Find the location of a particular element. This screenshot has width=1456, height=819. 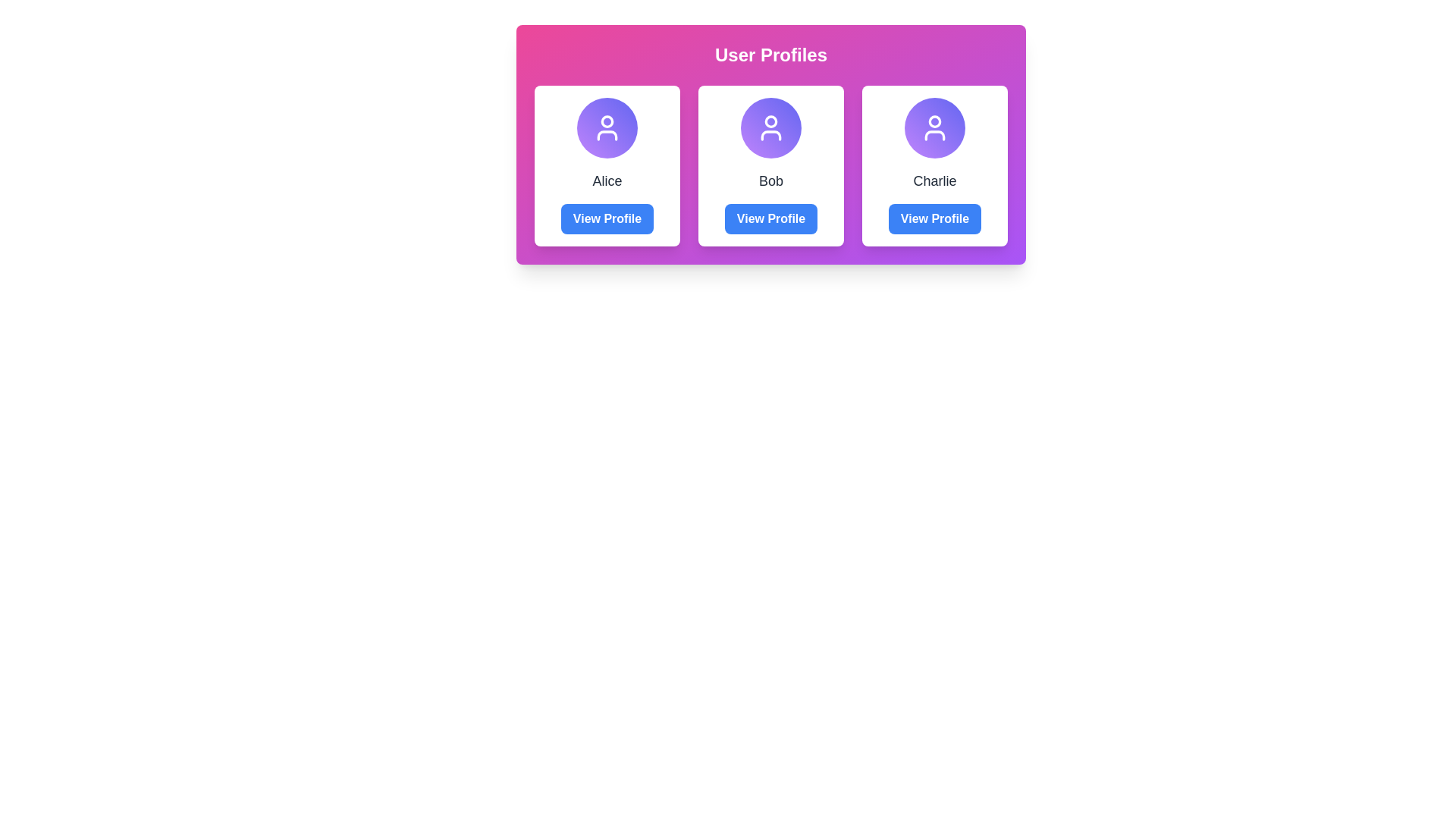

the user profile icon representing 'Charlie' located in the third card under 'User Profiles' is located at coordinates (934, 127).